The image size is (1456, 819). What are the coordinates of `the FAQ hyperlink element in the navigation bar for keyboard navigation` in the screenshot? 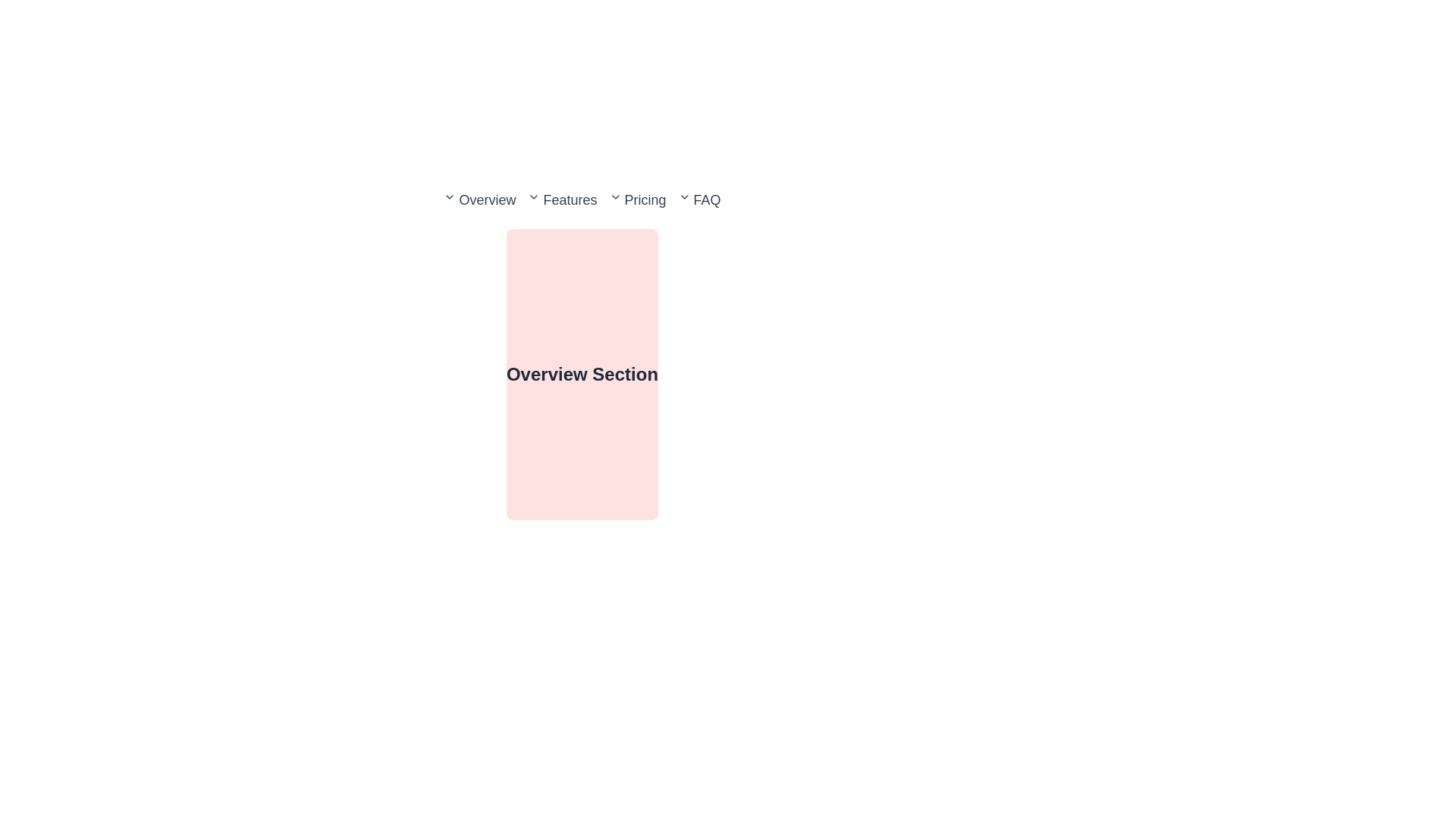 It's located at (698, 199).